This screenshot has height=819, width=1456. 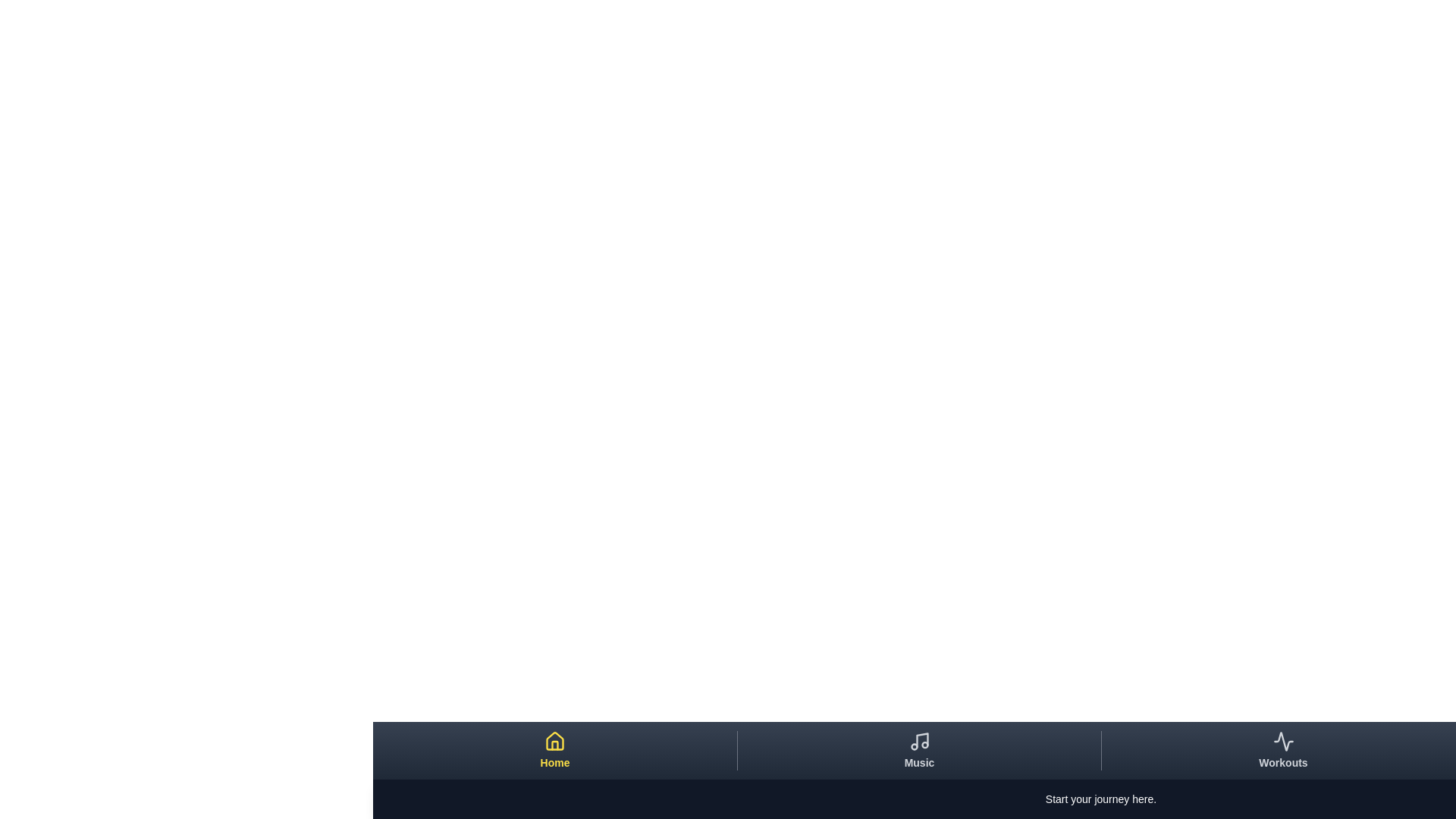 I want to click on the tab Home to preview its hover effects, so click(x=554, y=751).